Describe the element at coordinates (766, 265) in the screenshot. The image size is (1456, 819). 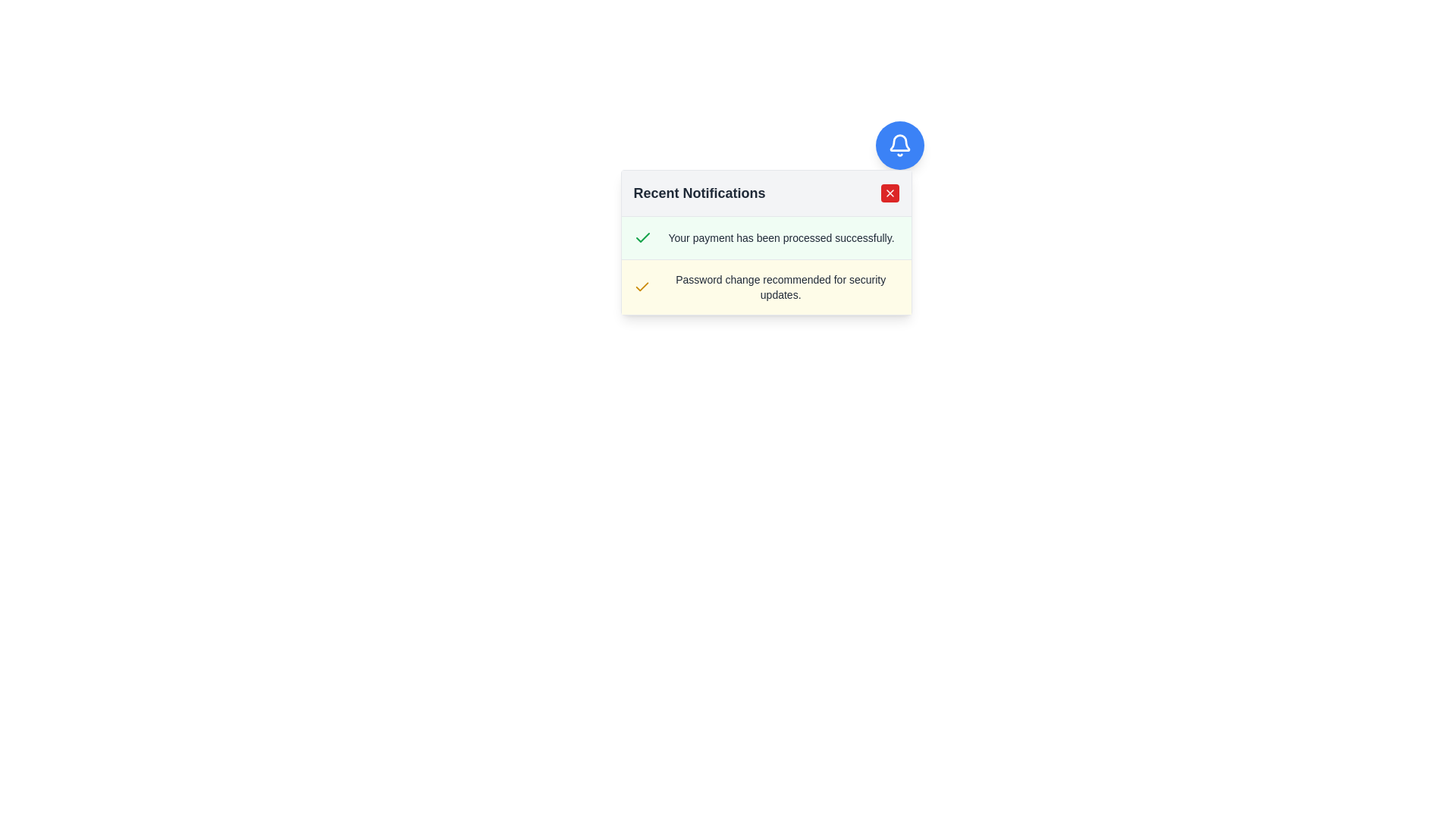
I see `the second notification item in the notification pop-up panel that prompts the user to change their password for security reasons` at that location.